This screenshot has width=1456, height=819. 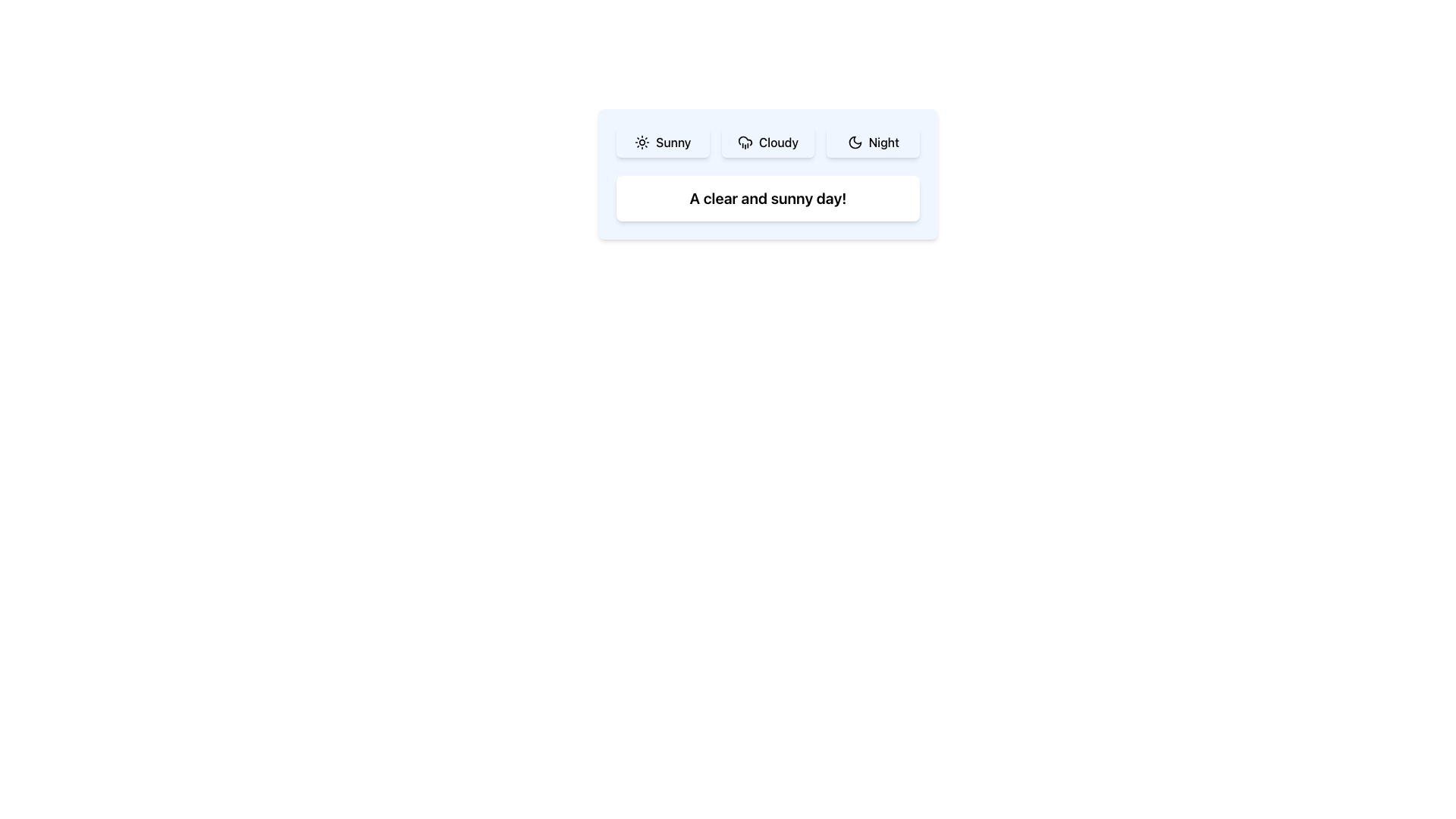 I want to click on the 'Cloudy' icon which resembles a cloud with rain, located in the middle of the three options labeled 'Sunny', 'Cloudy', and 'Night', so click(x=745, y=143).